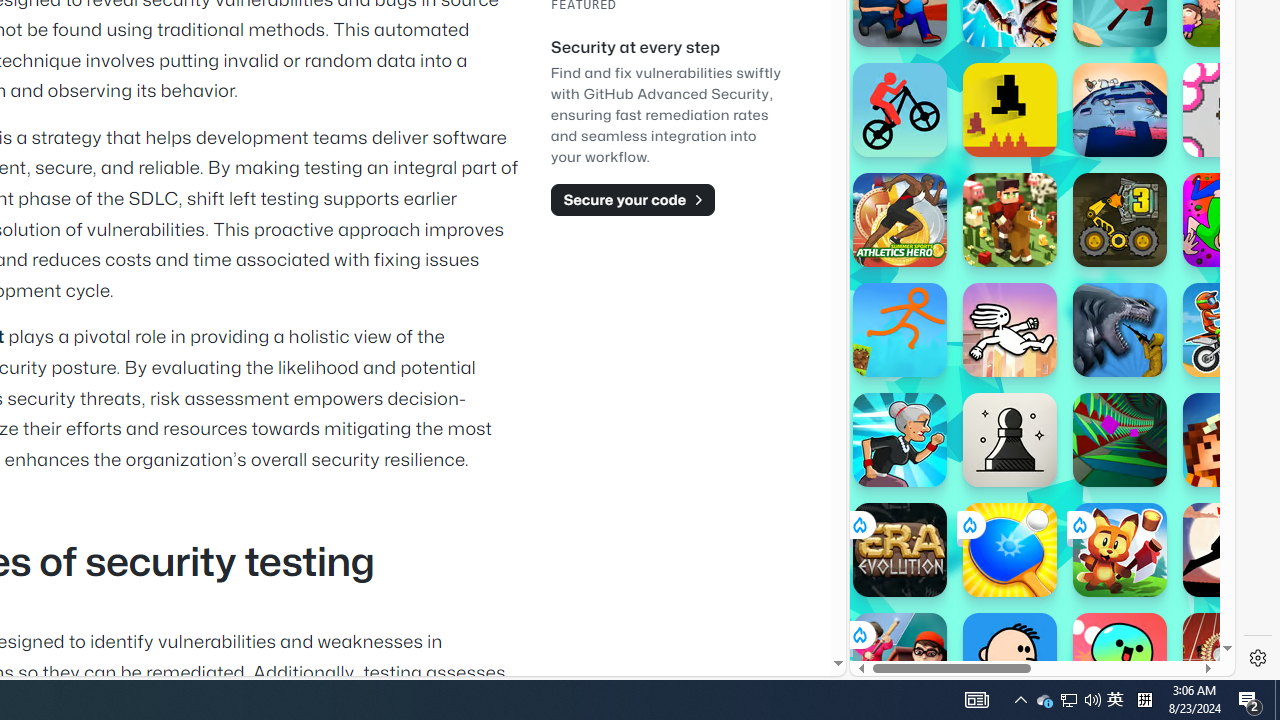 The width and height of the screenshot is (1280, 720). Describe the element at coordinates (1092, 337) in the screenshot. I see `'poki.com'` at that location.